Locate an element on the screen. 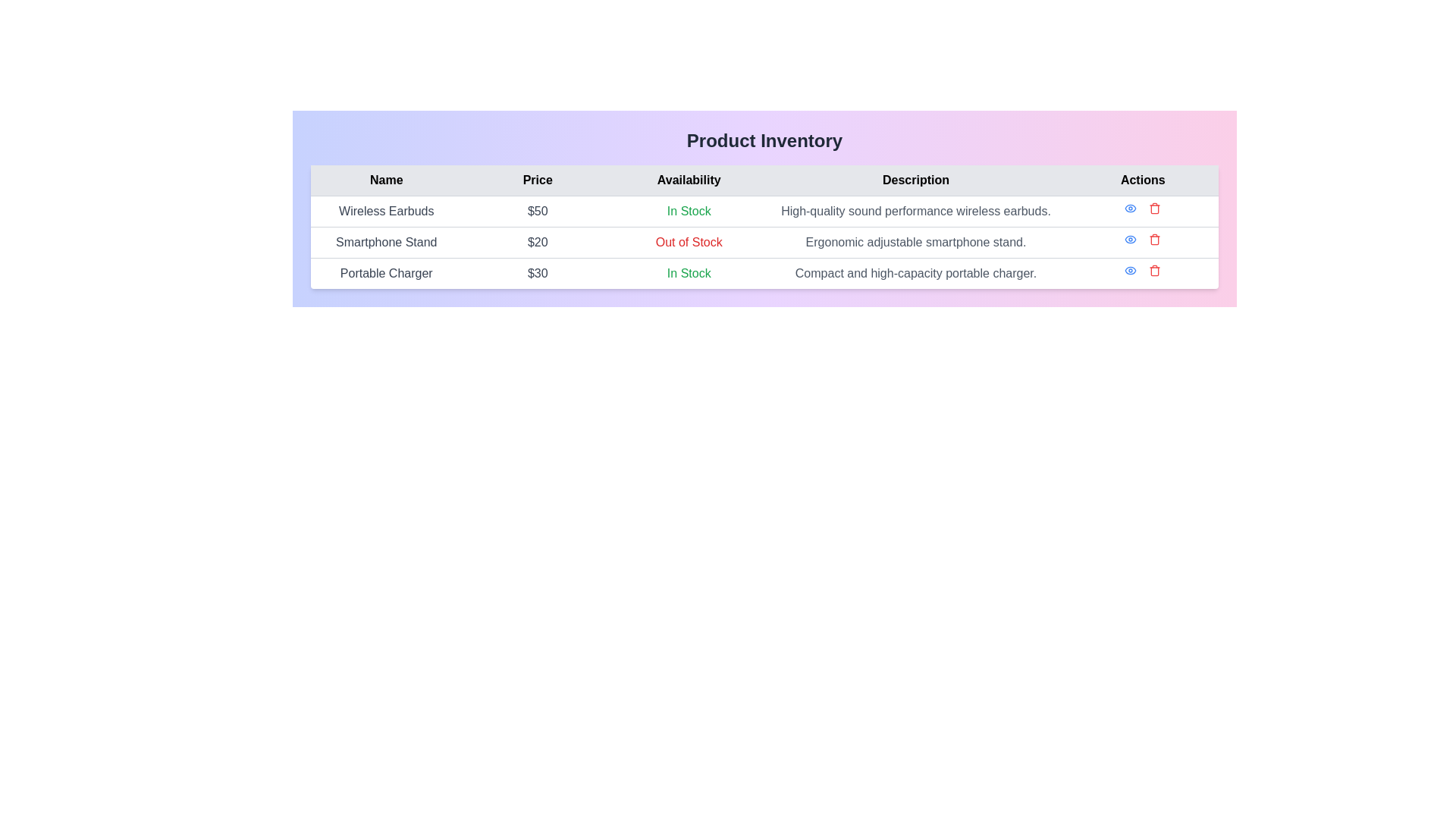  text of the text label displaying '$20' in gray-colored font, located in the second row under the 'Price' column in the table, between 'Smartphone Stand' and 'Out of Stock' is located at coordinates (538, 242).